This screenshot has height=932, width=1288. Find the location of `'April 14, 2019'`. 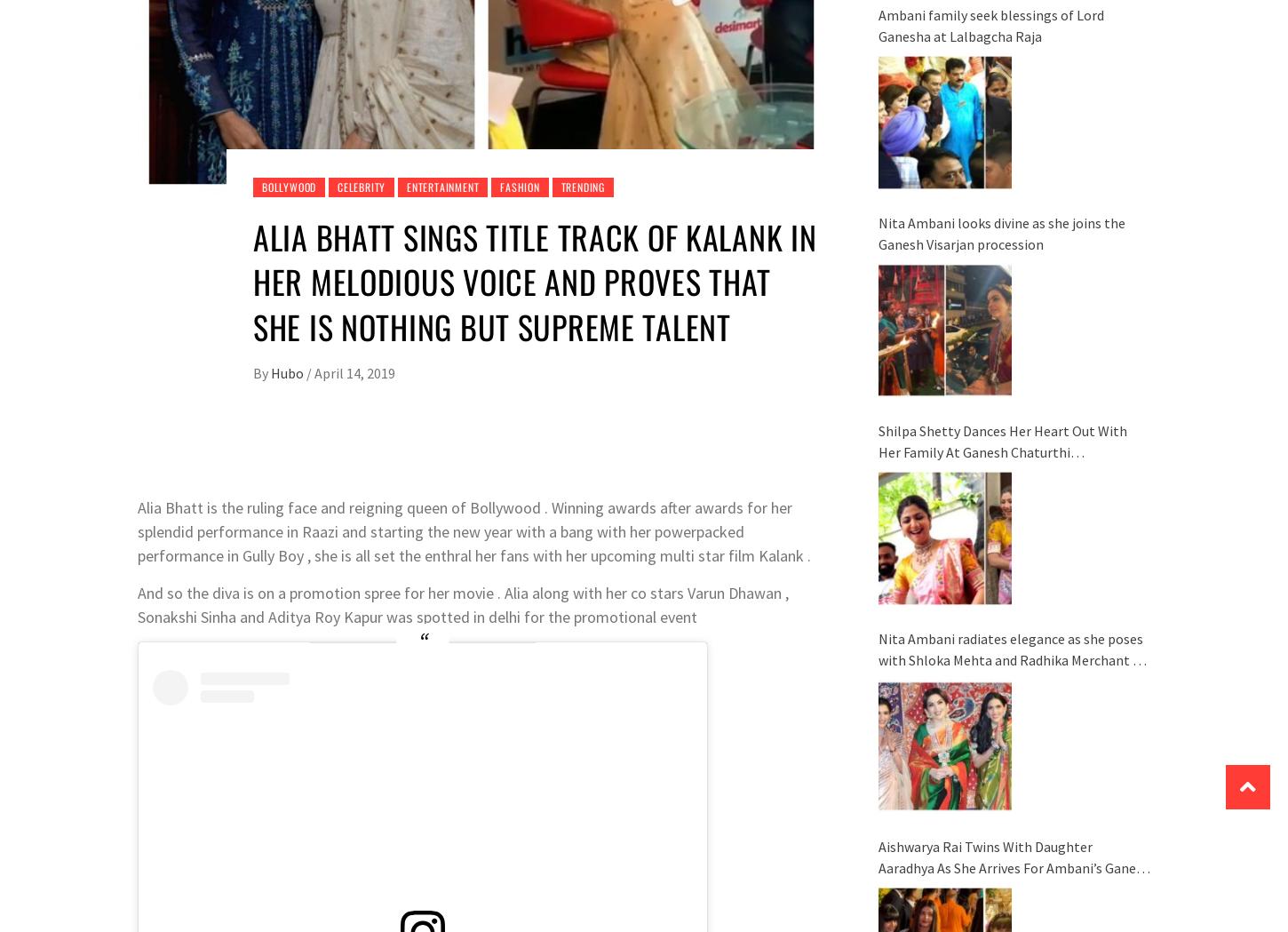

'April 14, 2019' is located at coordinates (354, 370).